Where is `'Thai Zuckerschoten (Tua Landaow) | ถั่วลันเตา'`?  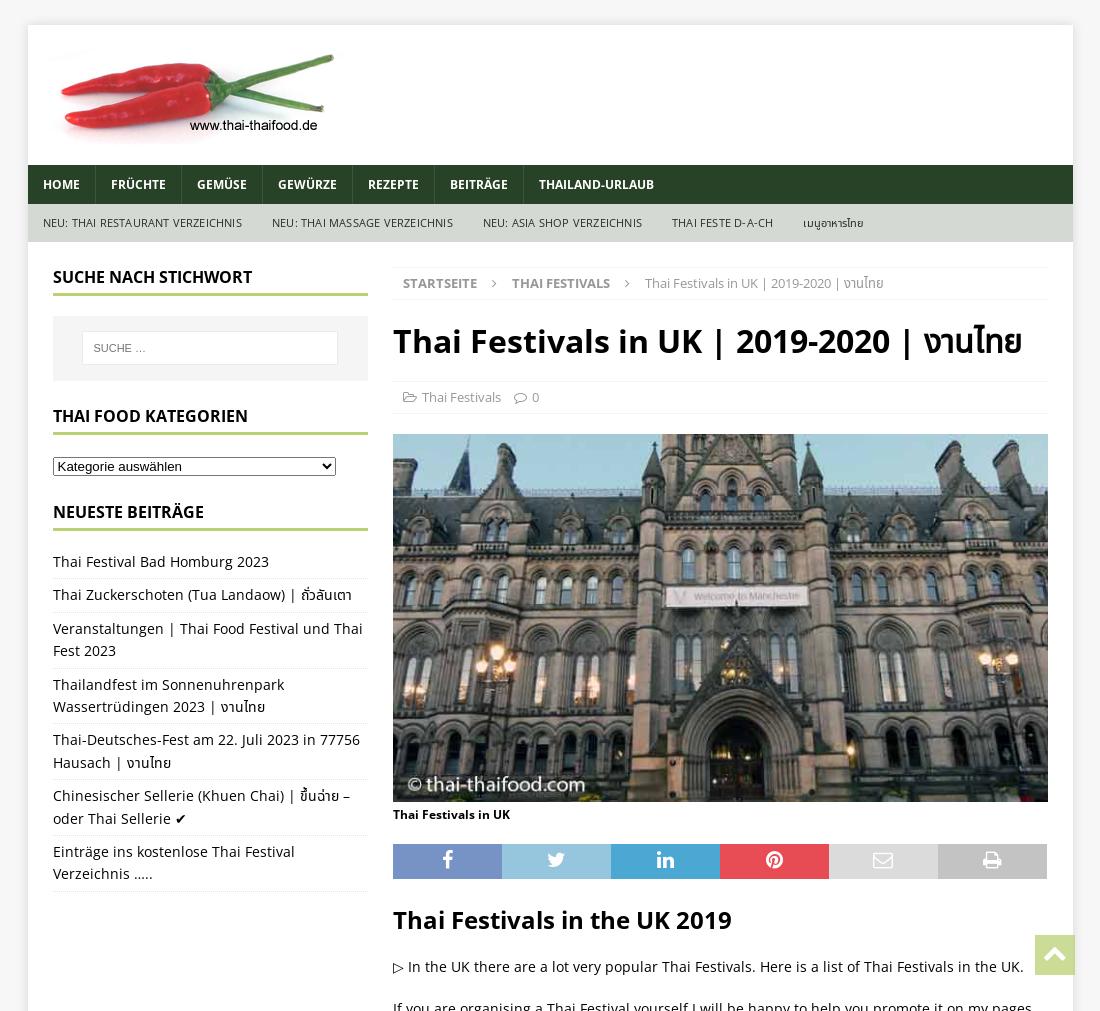
'Thai Zuckerschoten (Tua Landaow) | ถั่วลันเตา' is located at coordinates (51, 594).